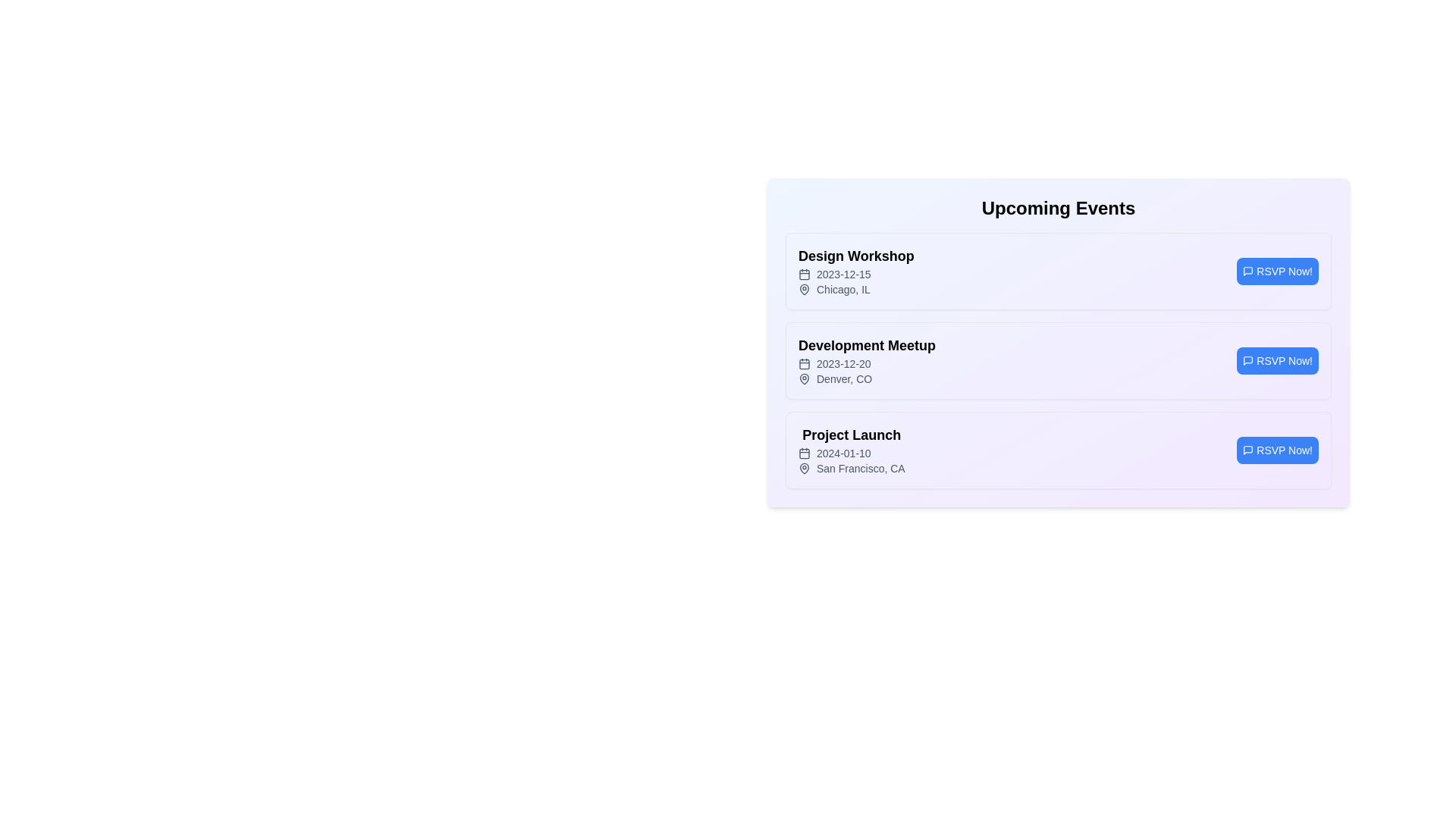 This screenshot has height=819, width=1456. What do you see at coordinates (1276, 450) in the screenshot?
I see `the RSVP button for the event titled 'Project Launch'` at bounding box center [1276, 450].